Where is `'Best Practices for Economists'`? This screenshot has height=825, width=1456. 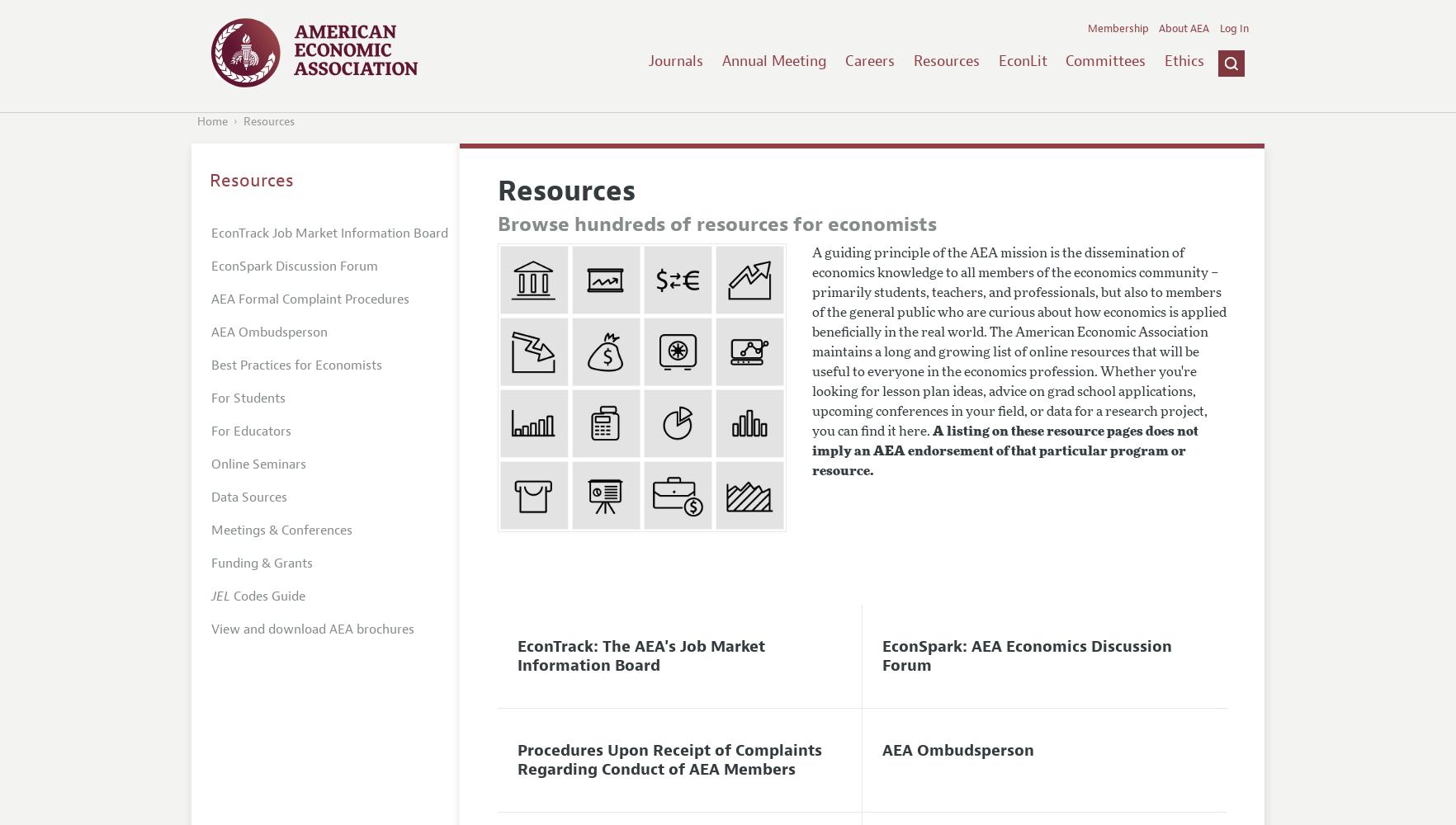 'Best Practices for Economists' is located at coordinates (210, 364).